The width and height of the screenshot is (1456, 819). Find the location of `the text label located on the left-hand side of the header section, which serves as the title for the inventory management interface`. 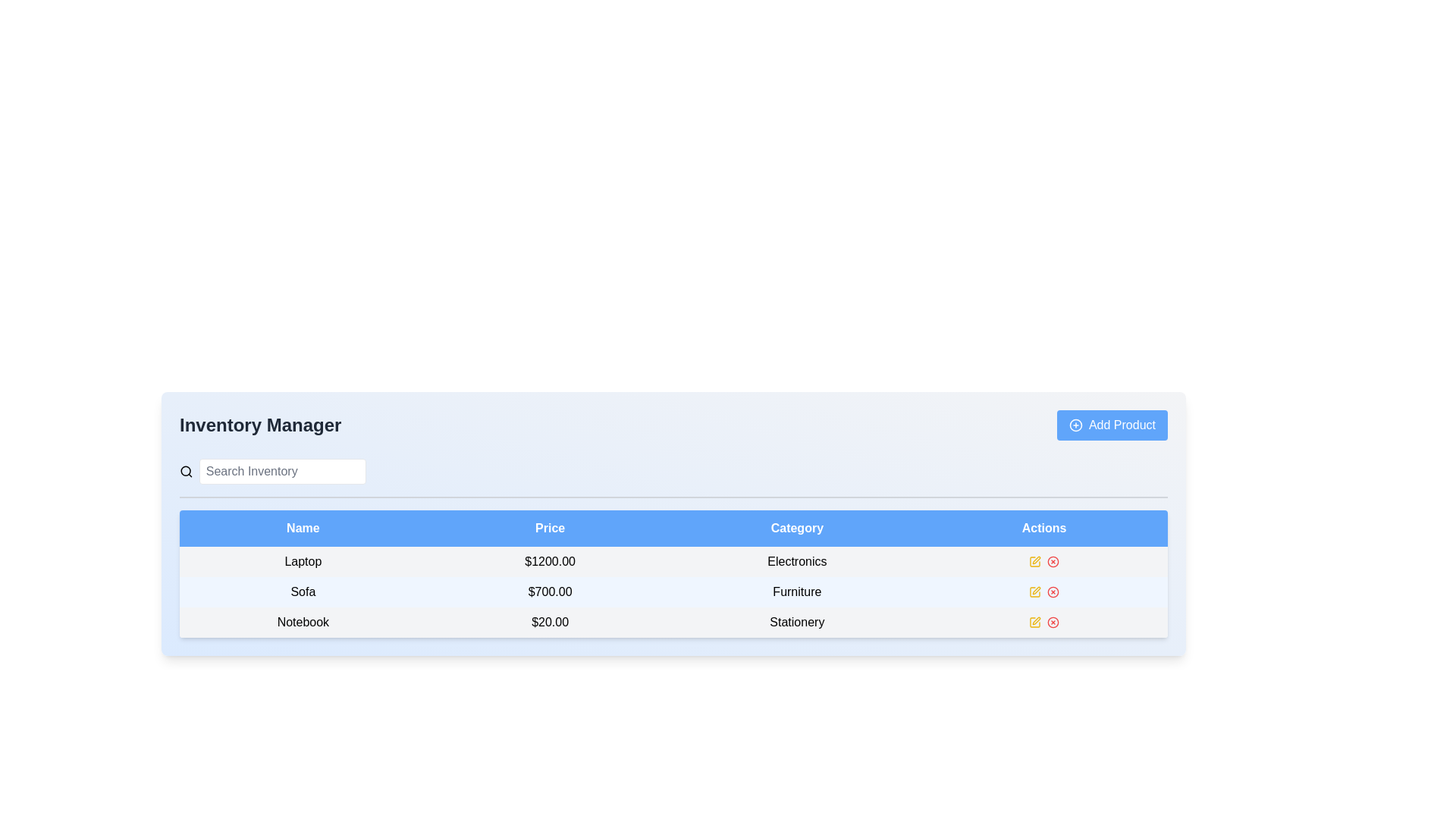

the text label located on the left-hand side of the header section, which serves as the title for the inventory management interface is located at coordinates (260, 425).